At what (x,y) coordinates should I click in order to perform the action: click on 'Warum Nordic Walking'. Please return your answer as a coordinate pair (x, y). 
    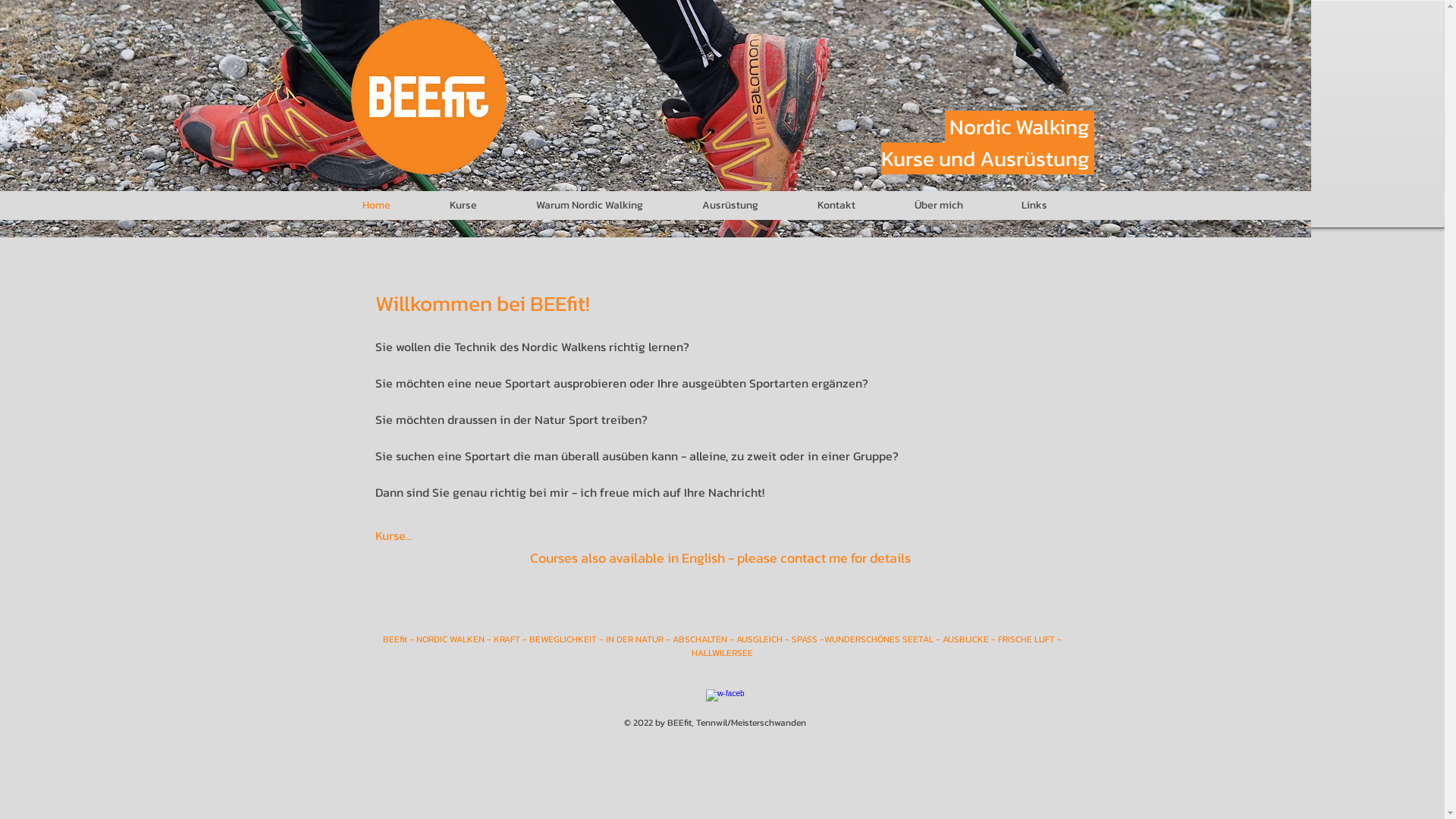
    Looking at the image, I should click on (607, 205).